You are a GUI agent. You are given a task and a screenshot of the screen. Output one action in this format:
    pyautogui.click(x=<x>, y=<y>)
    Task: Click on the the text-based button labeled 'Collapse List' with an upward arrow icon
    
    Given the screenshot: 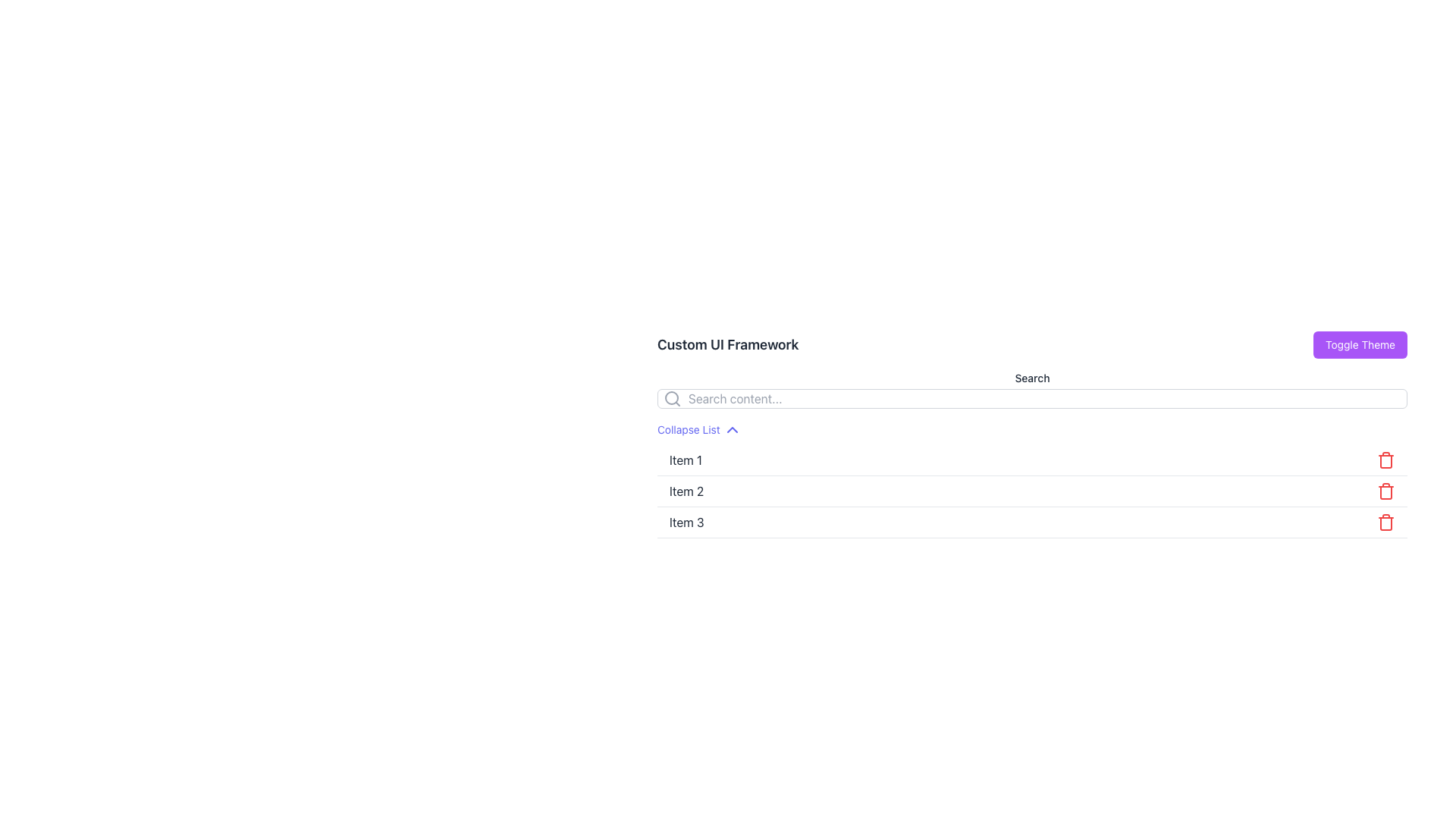 What is the action you would take?
    pyautogui.click(x=698, y=430)
    